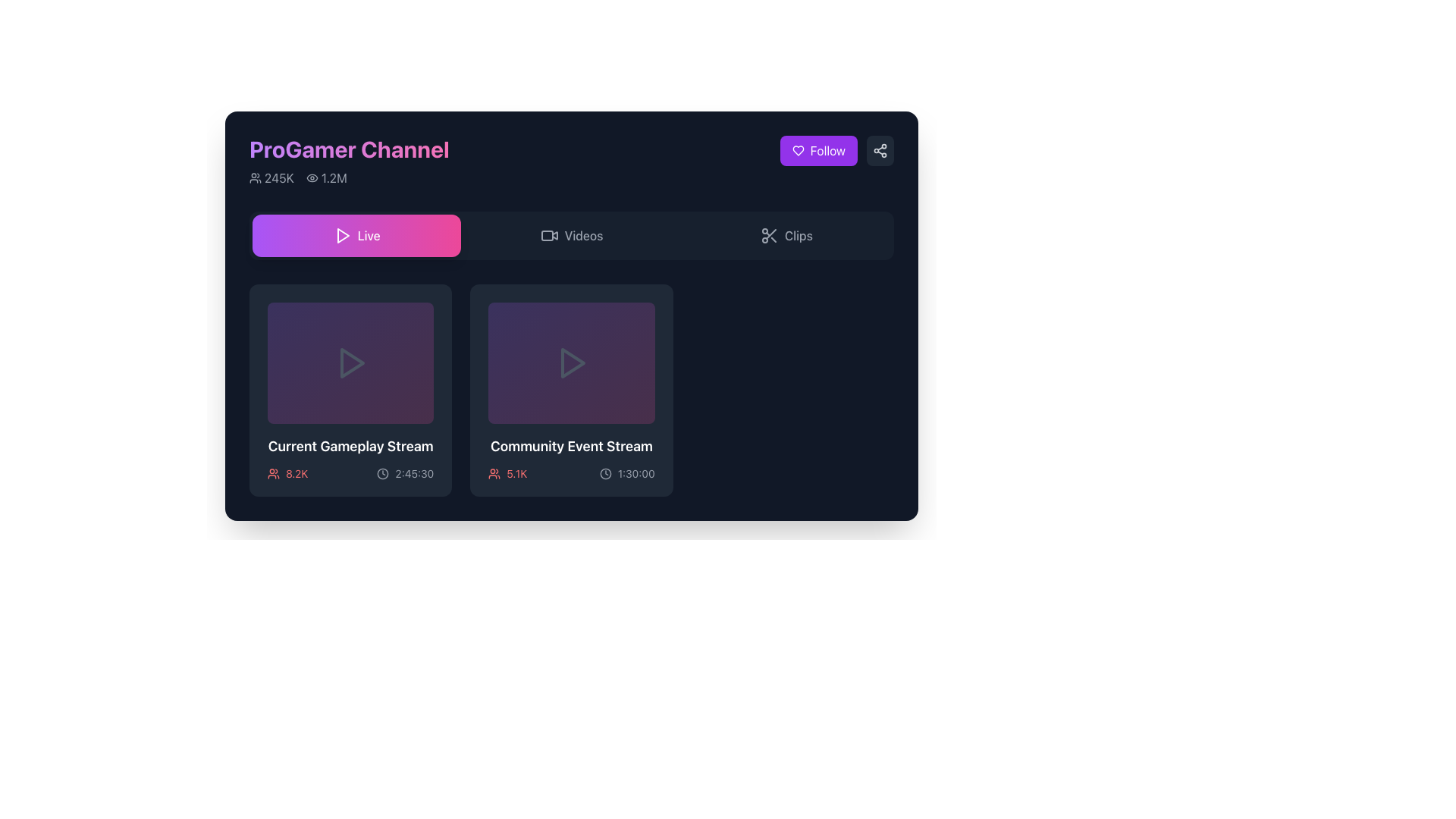  Describe the element at coordinates (383, 472) in the screenshot. I see `the clock icon that indicates the time duration of '2:45:30', located to the left of the time text within the lower section of the livestream card` at that location.